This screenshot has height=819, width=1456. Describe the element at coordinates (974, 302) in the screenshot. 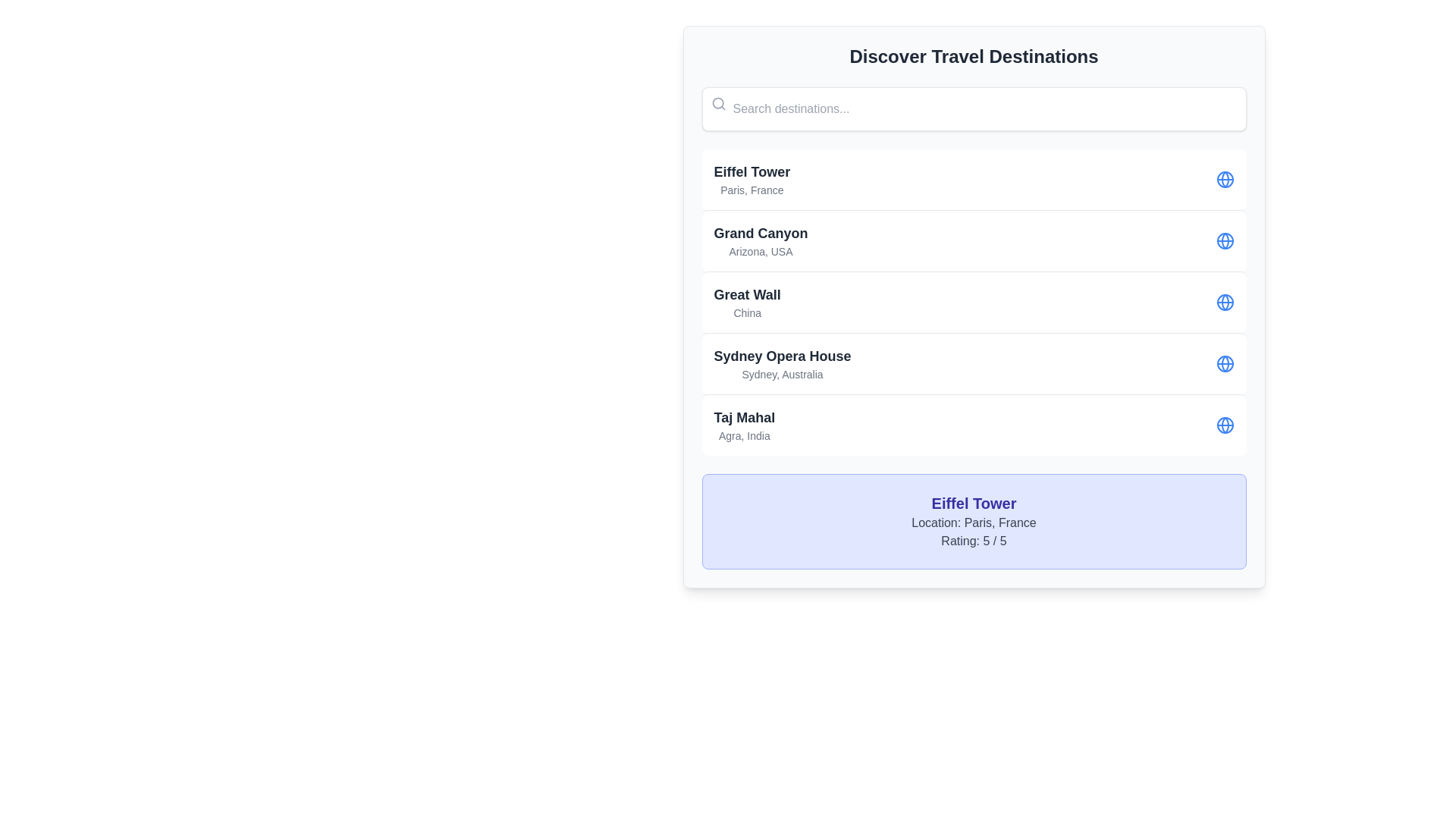

I see `the third list item under 'Discover Travel Destinations' that provides information about the 'Great Wall located in China'` at that location.